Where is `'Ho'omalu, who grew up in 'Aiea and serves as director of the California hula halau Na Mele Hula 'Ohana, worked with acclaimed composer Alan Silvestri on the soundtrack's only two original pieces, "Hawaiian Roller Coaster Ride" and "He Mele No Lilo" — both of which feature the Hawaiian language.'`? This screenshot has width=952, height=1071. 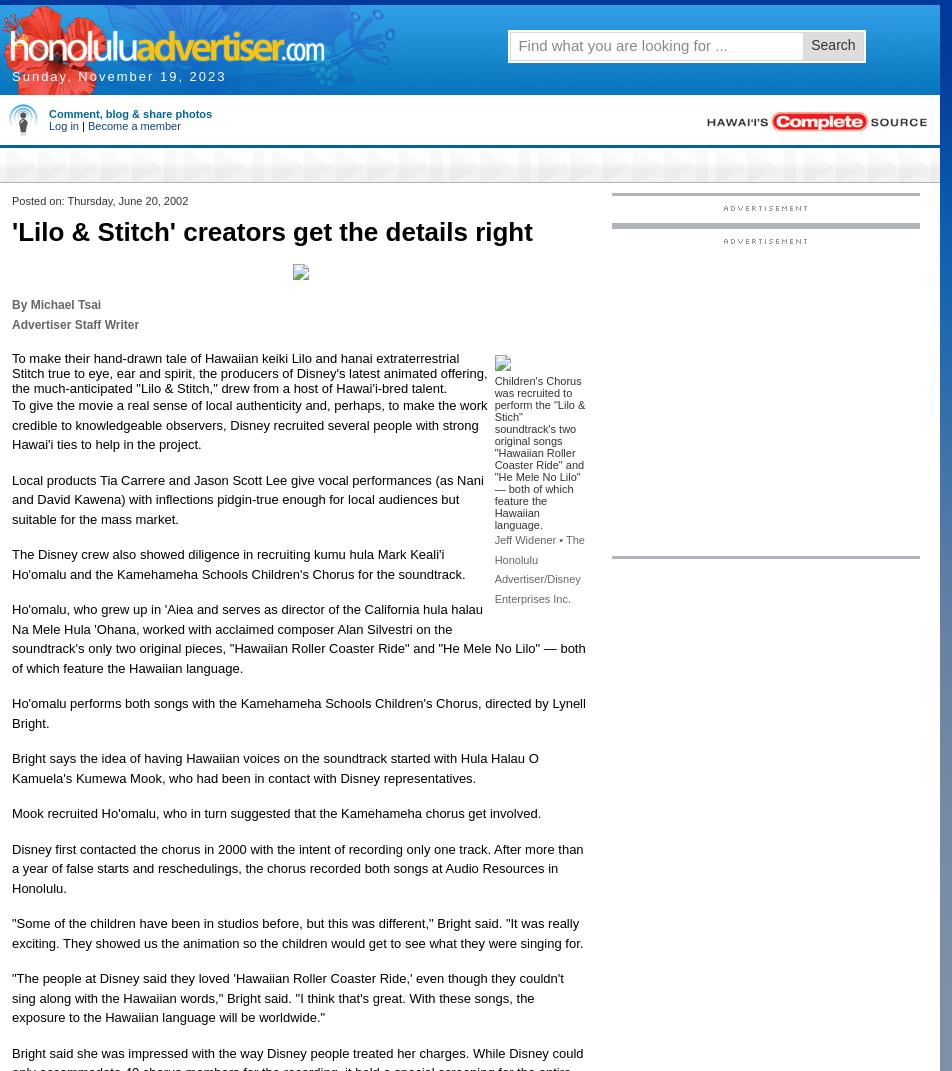
'Ho'omalu, who grew up in 'Aiea and serves as director of the California hula halau Na Mele Hula 'Ohana, worked with acclaimed composer Alan Silvestri on the soundtrack's only two original pieces, "Hawaiian Roller Coaster Ride" and "He Mele No Lilo" — both of which feature the Hawaiian language.' is located at coordinates (298, 637).